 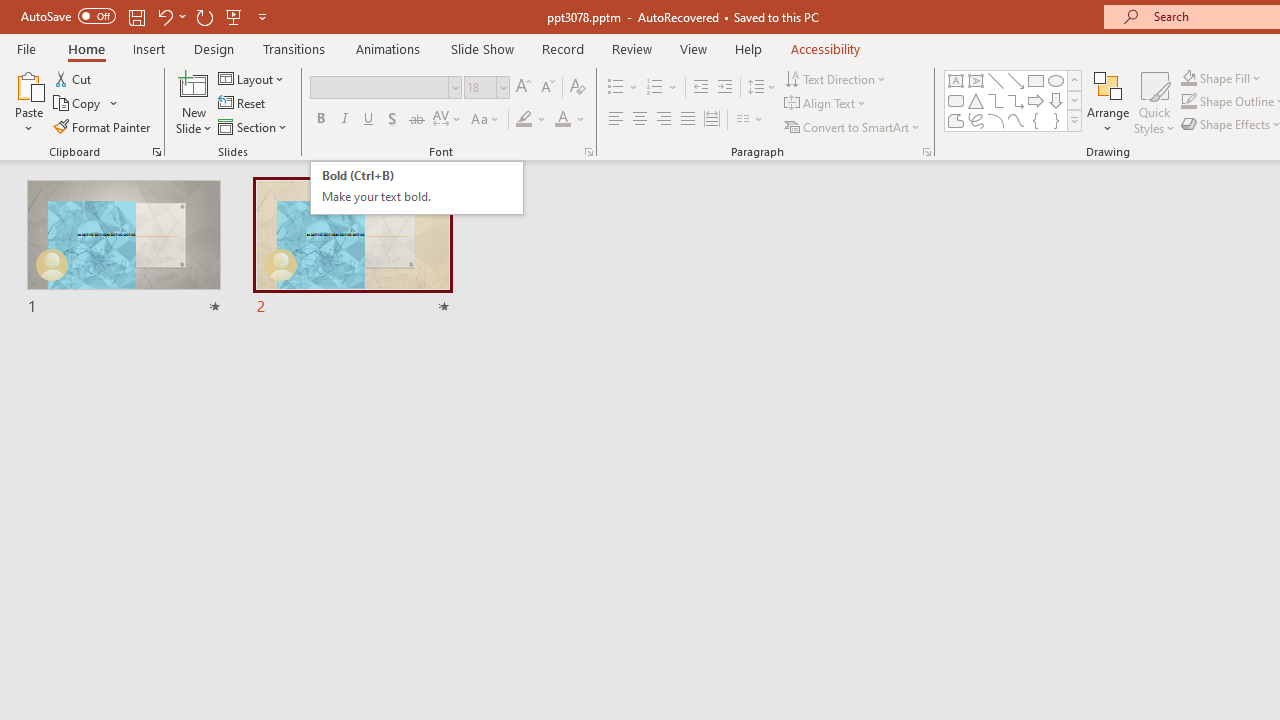 I want to click on 'Freeform: Scribble', so click(x=976, y=120).